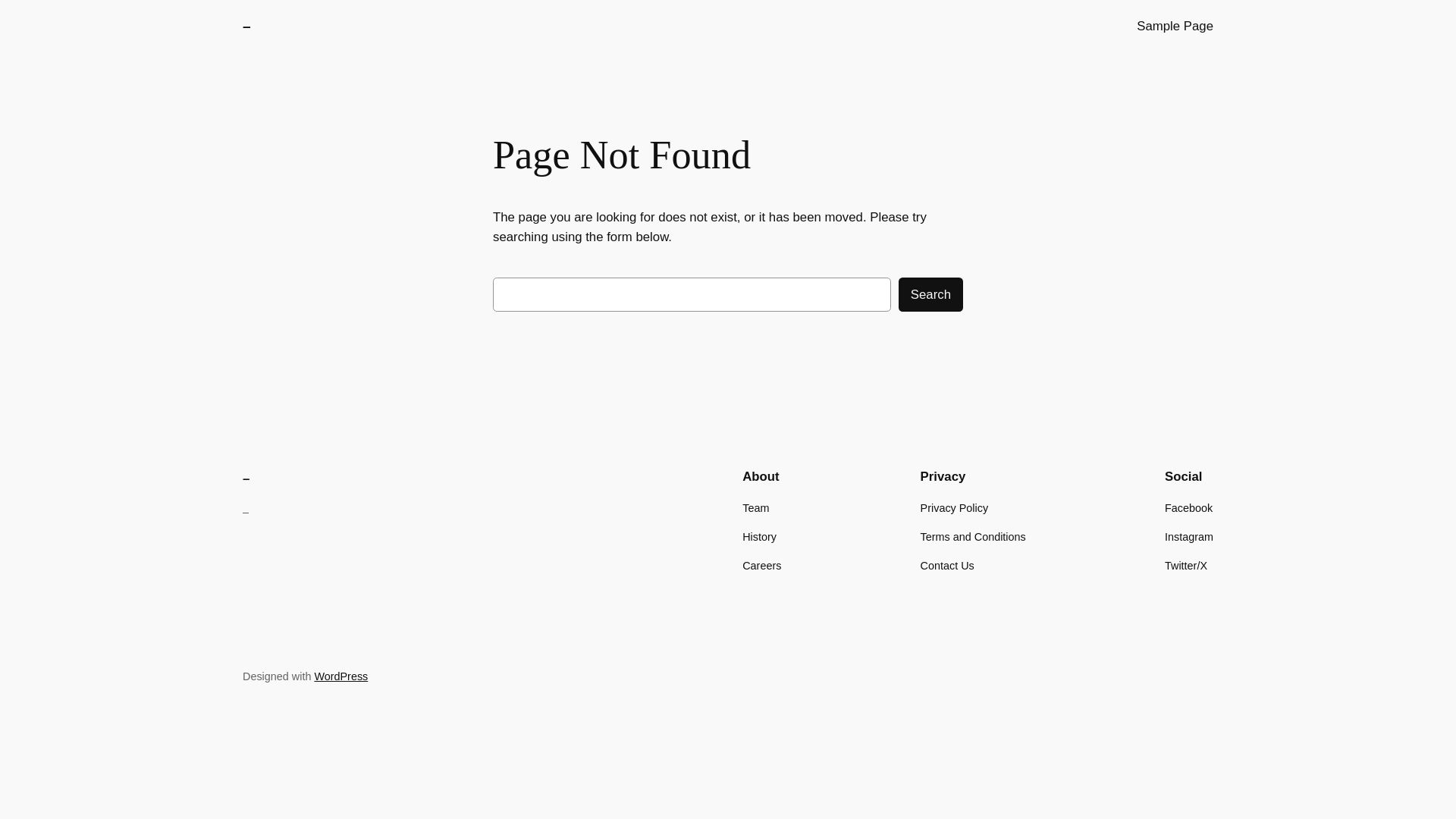 The height and width of the screenshot is (819, 1456). I want to click on 'History', so click(759, 536).